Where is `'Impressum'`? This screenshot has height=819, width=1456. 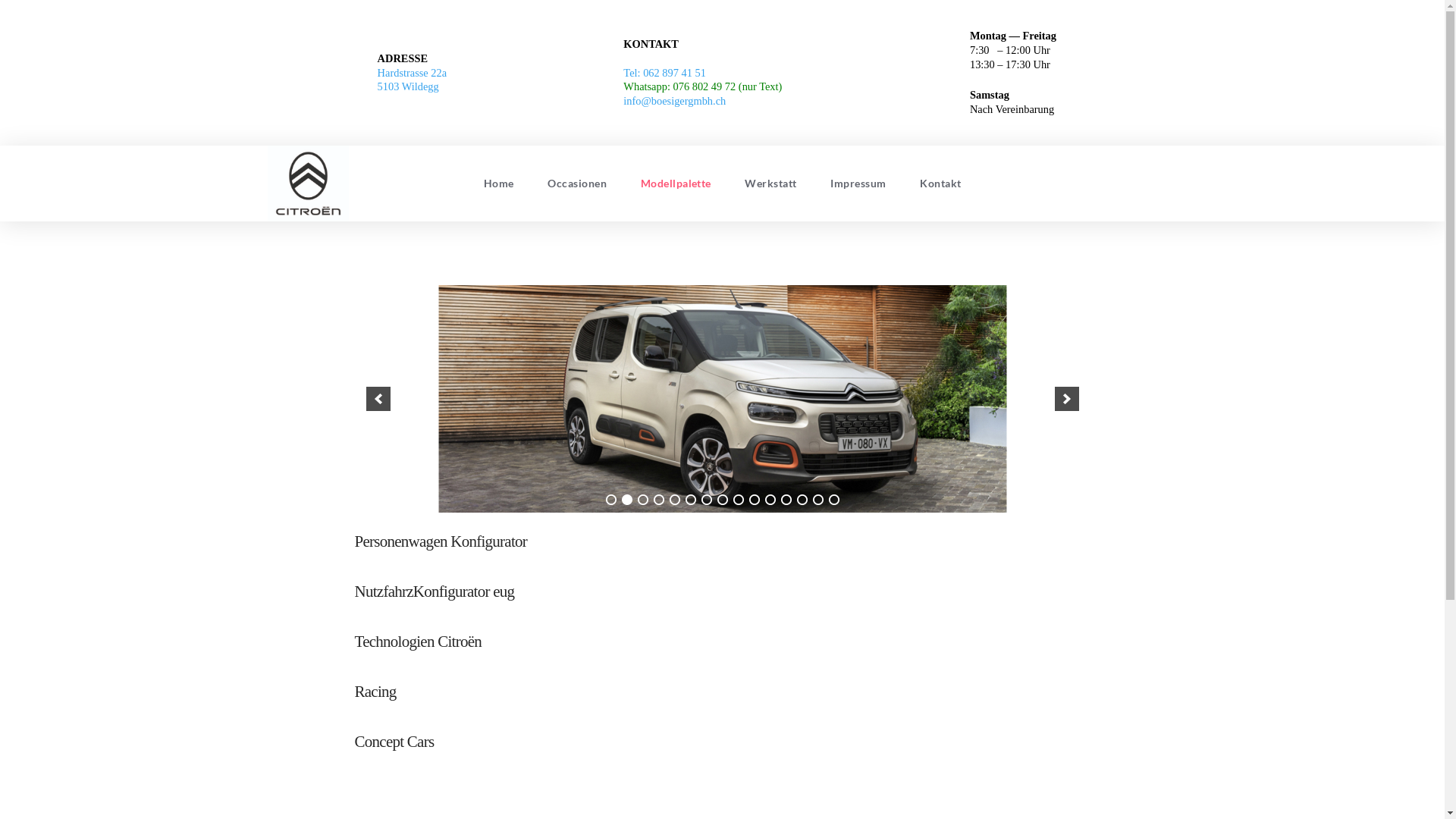
'Impressum' is located at coordinates (858, 183).